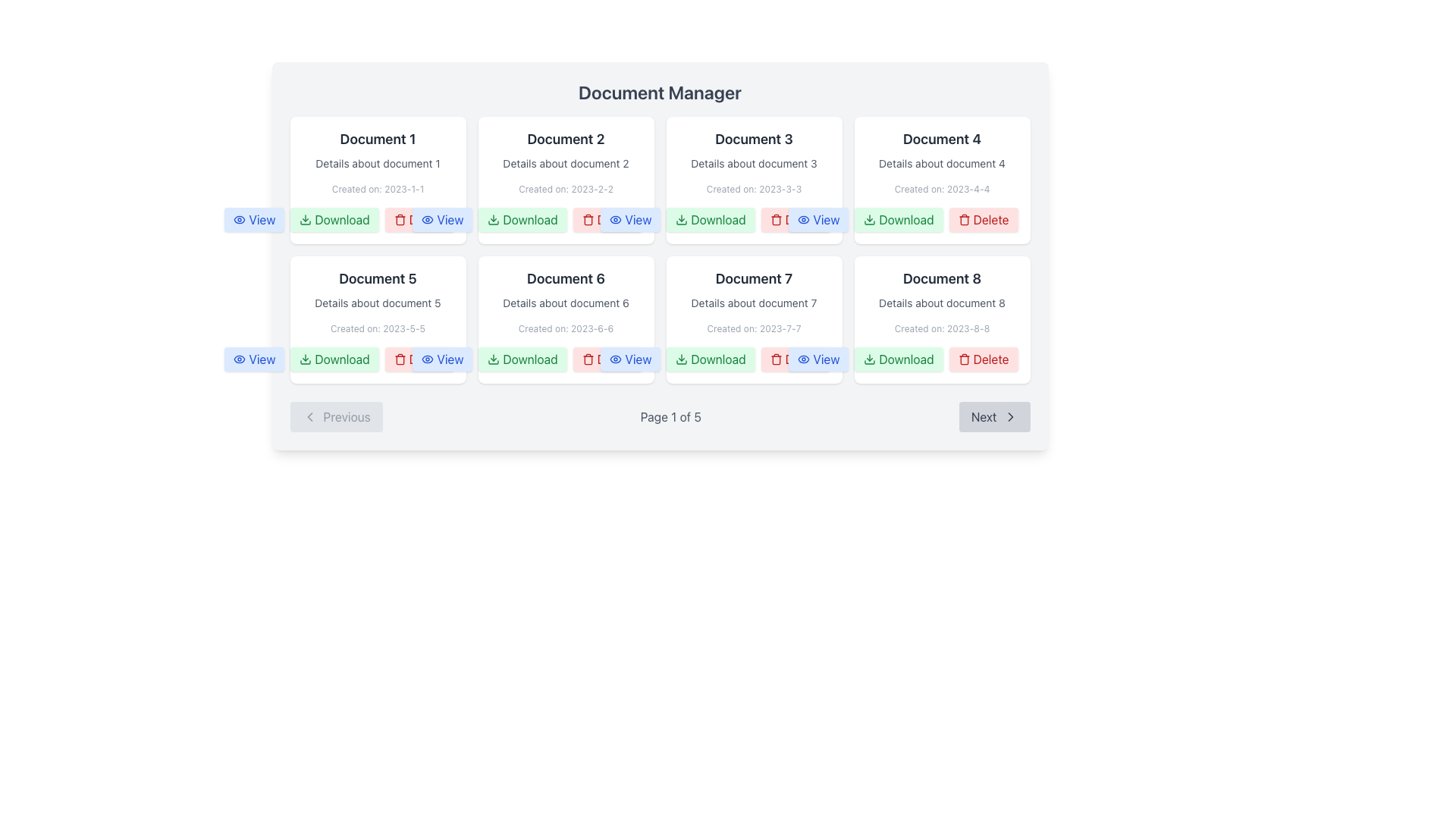 The width and height of the screenshot is (1456, 819). What do you see at coordinates (378, 301) in the screenshot?
I see `the Text block displaying information about 'Document 5', which includes its title, description, and creation date, located in the second row, first column of the 'Document Manager' interface` at bounding box center [378, 301].